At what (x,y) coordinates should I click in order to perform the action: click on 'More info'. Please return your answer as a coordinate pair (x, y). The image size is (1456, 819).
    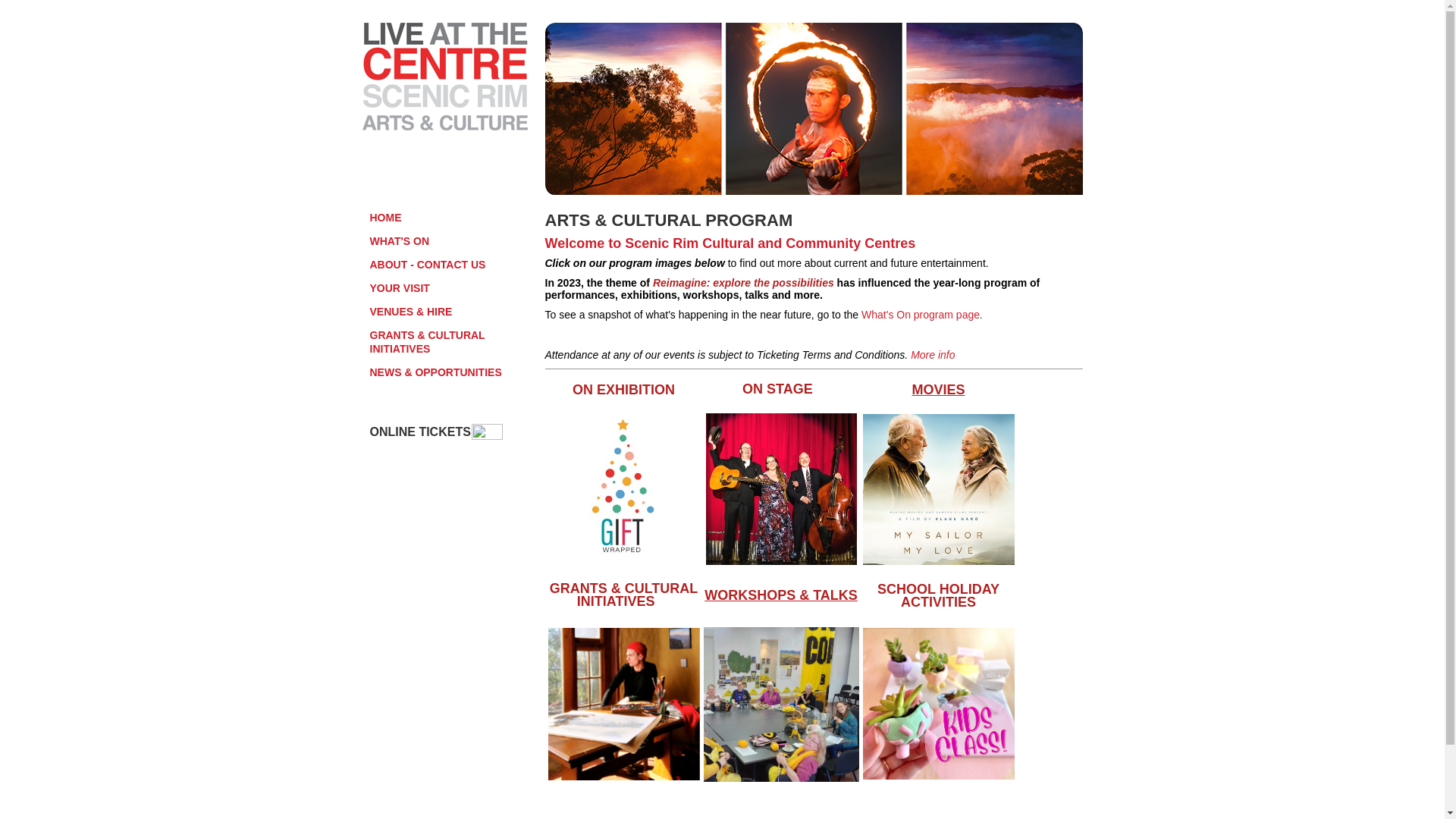
    Looking at the image, I should click on (910, 354).